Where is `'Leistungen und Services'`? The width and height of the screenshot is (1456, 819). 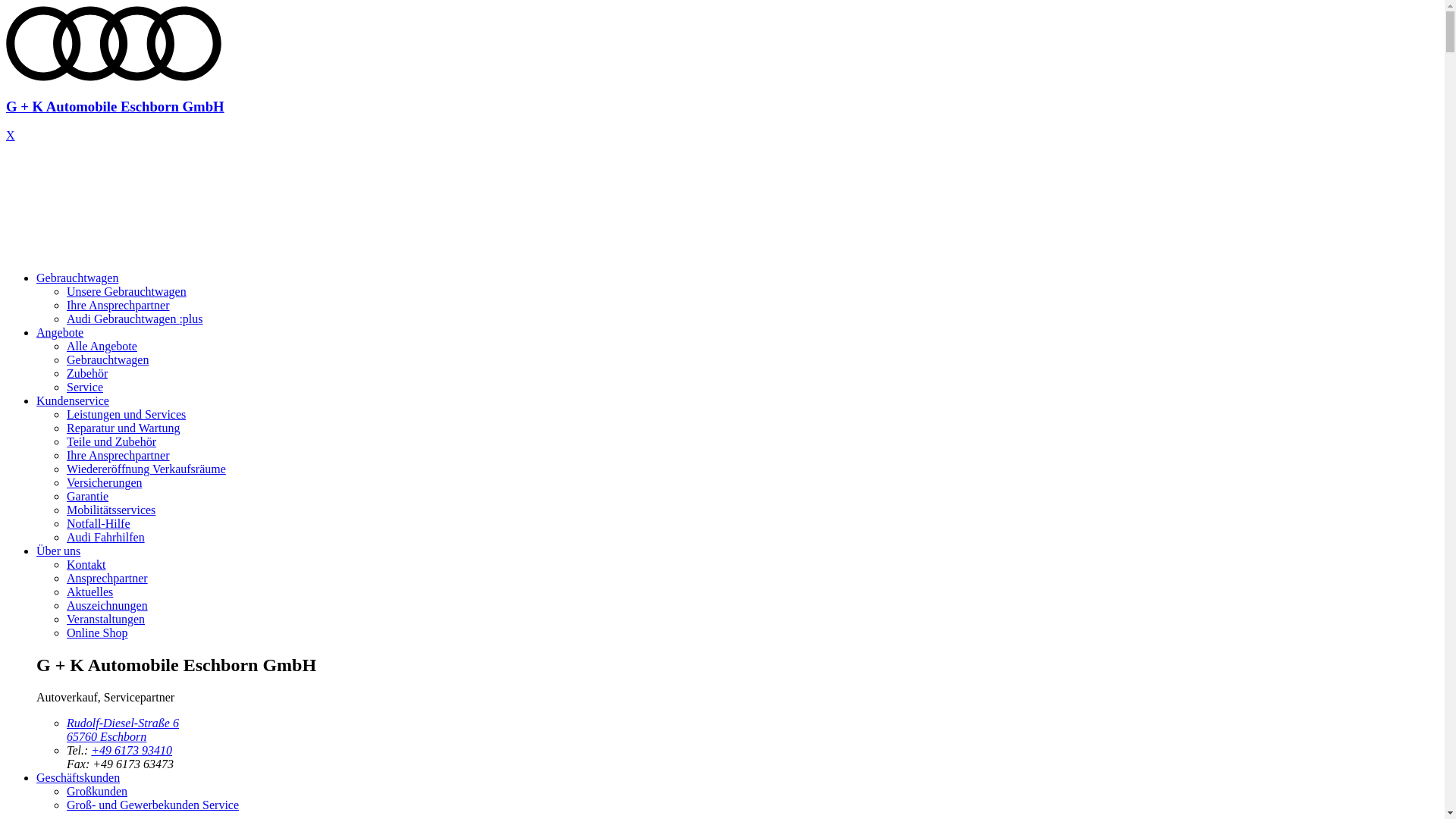 'Leistungen und Services' is located at coordinates (65, 414).